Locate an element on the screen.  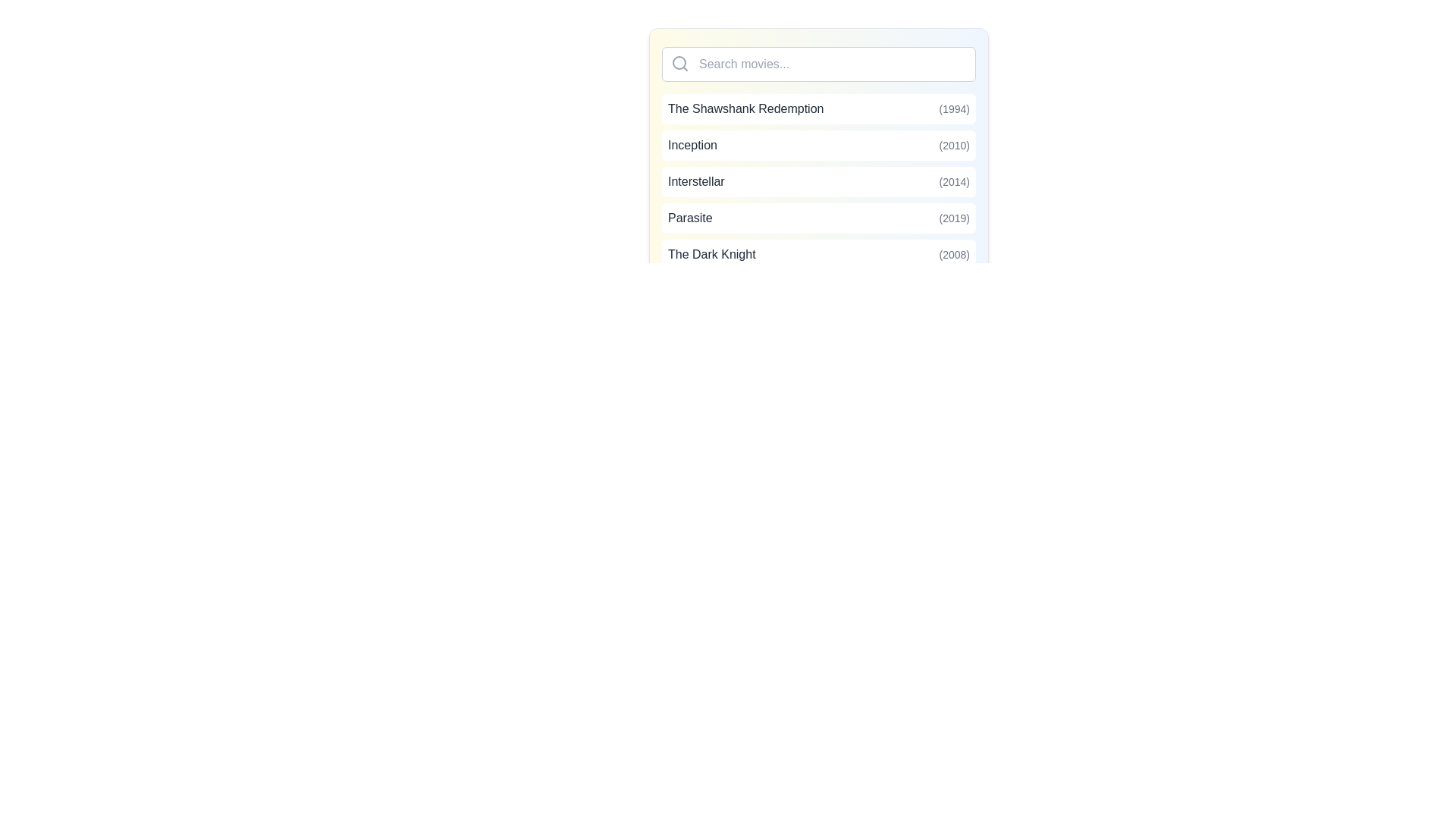
the circular component of the search icon, which has an 8-unit radius and is located to the left of the 'Search movies...' input field is located at coordinates (679, 62).